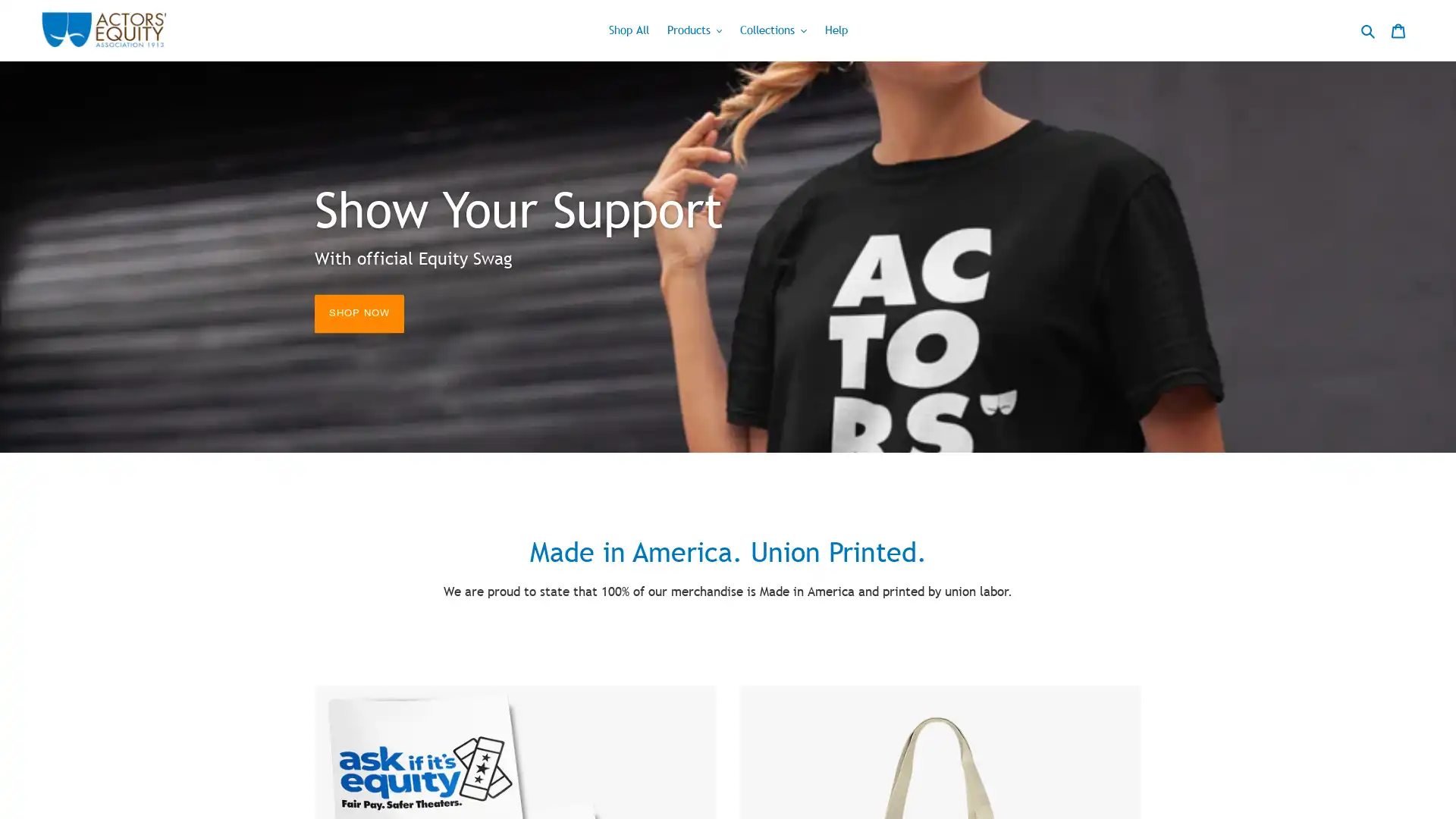 The height and width of the screenshot is (819, 1456). Describe the element at coordinates (693, 30) in the screenshot. I see `Products` at that location.